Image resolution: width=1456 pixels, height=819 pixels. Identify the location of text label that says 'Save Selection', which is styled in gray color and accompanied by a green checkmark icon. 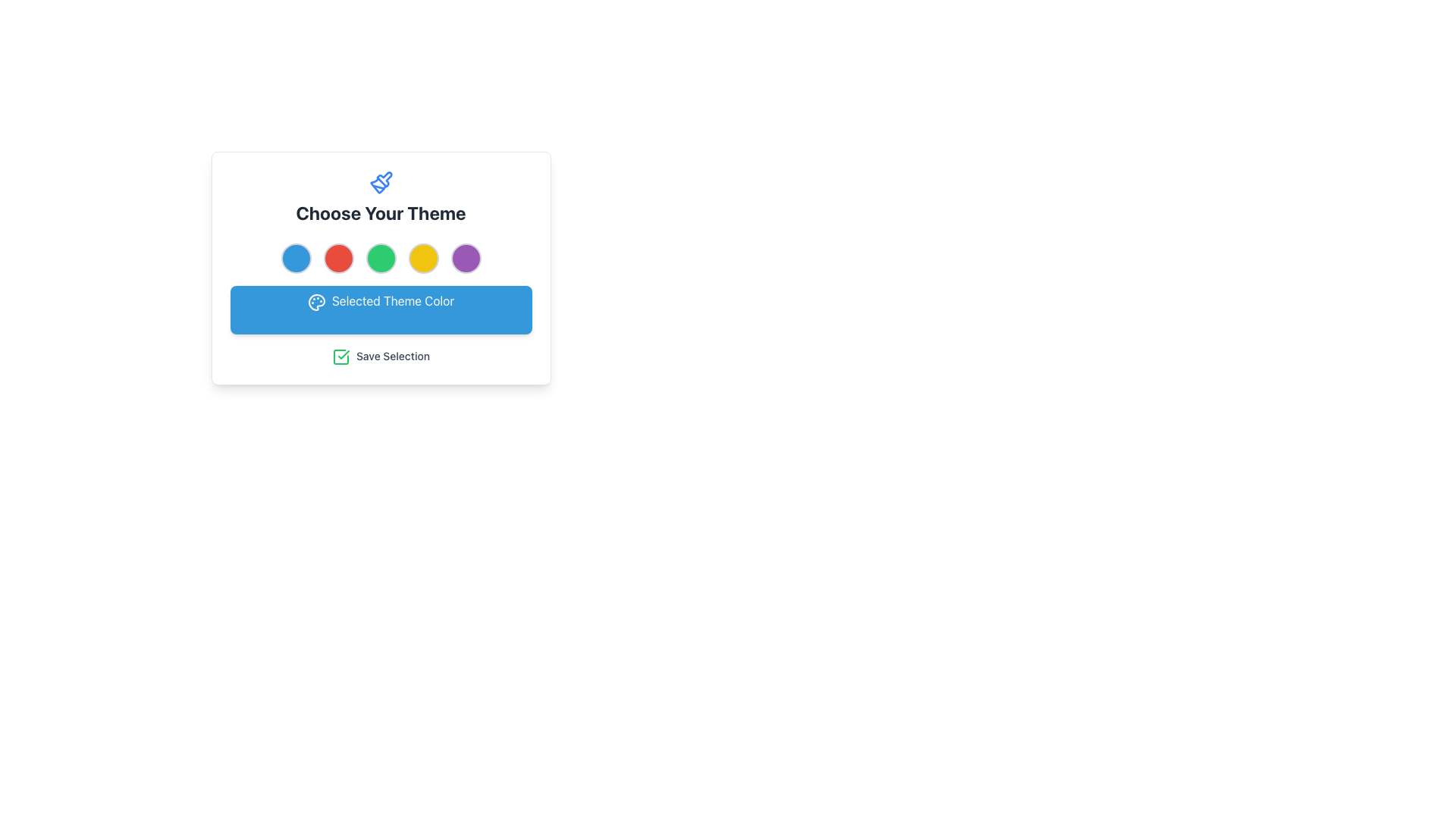
(381, 356).